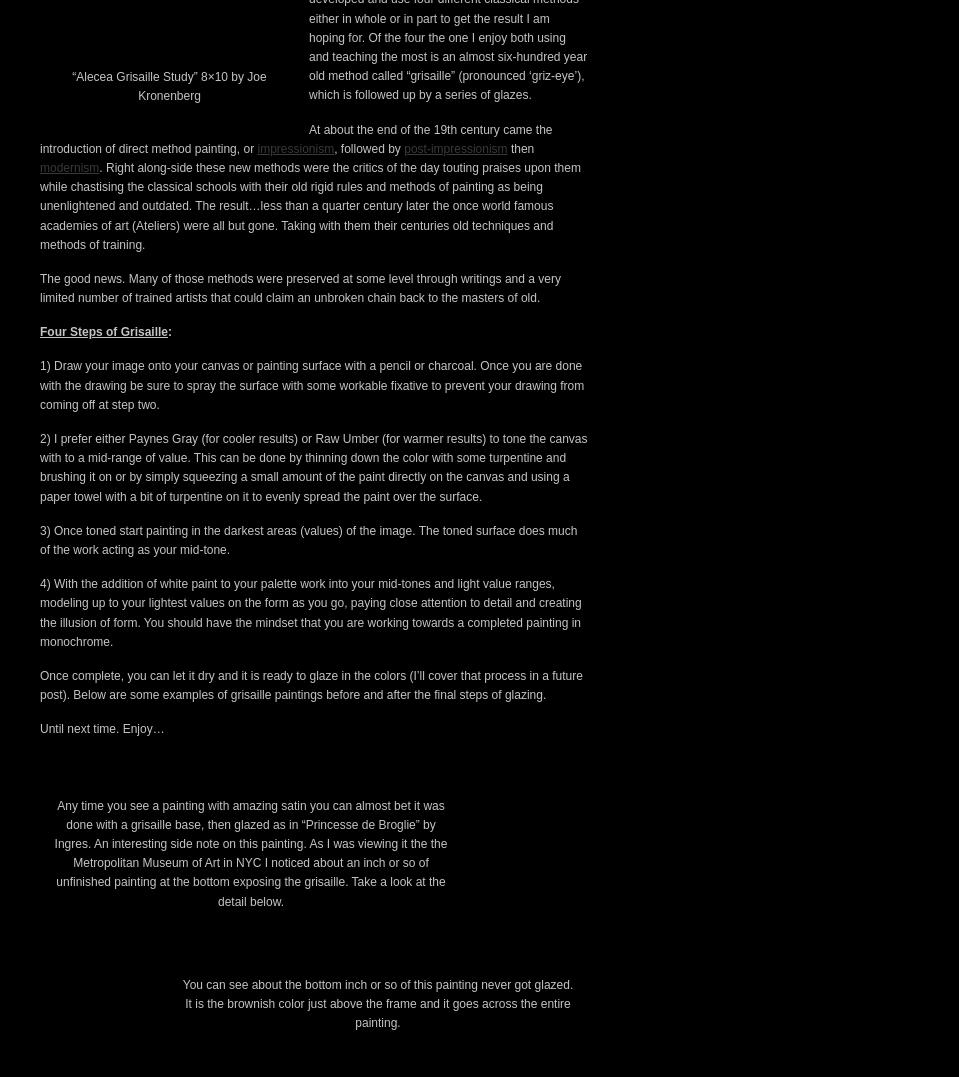  Describe the element at coordinates (179, 34) in the screenshot. I see `'May 10, 2012'` at that location.